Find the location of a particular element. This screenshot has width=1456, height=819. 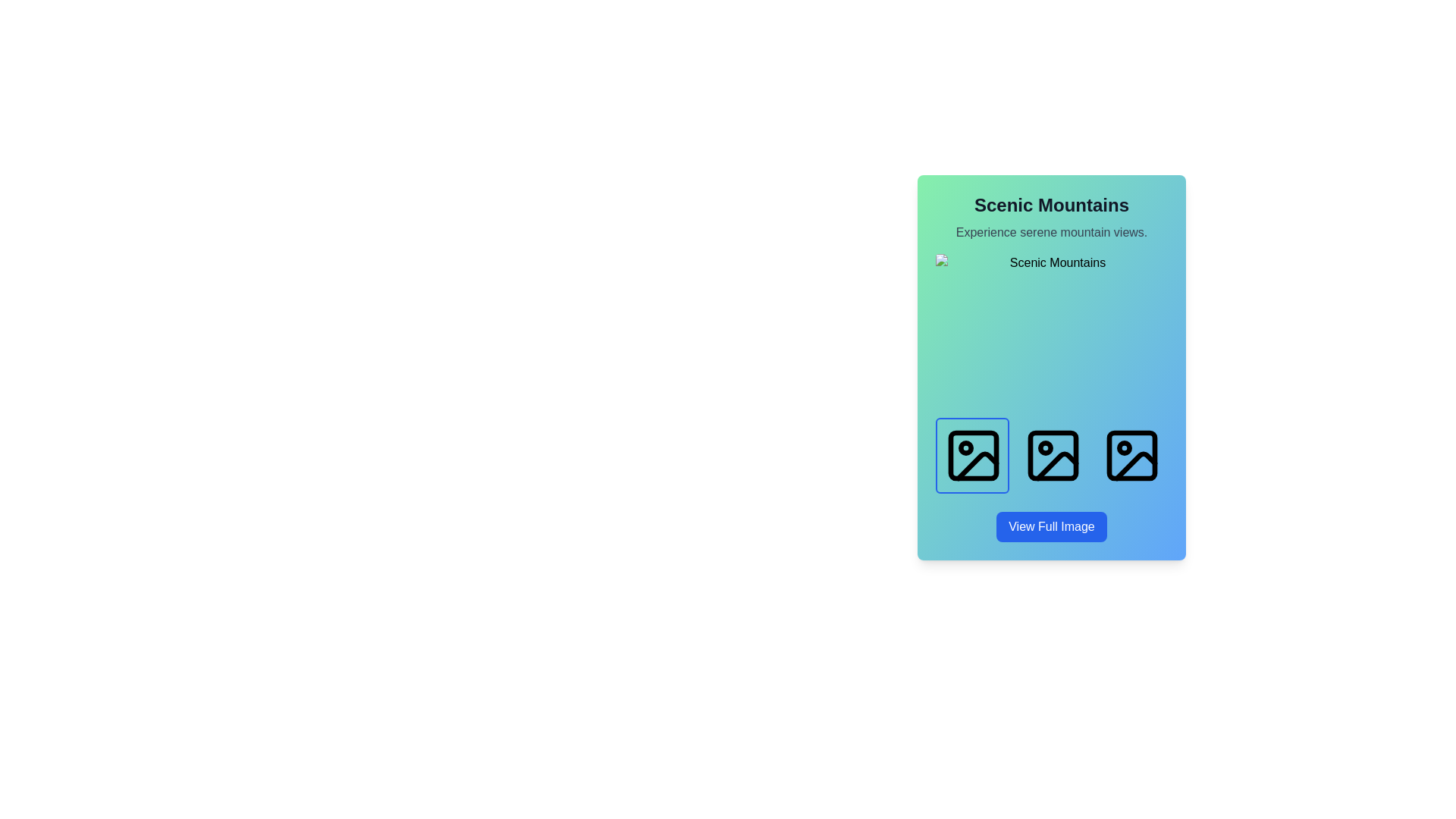

the icon styled as an image placeholder resembling a picture frame with a sun and mountain, located in the second position of a horizontal row of three icons near the bottom of the card is located at coordinates (1052, 455).